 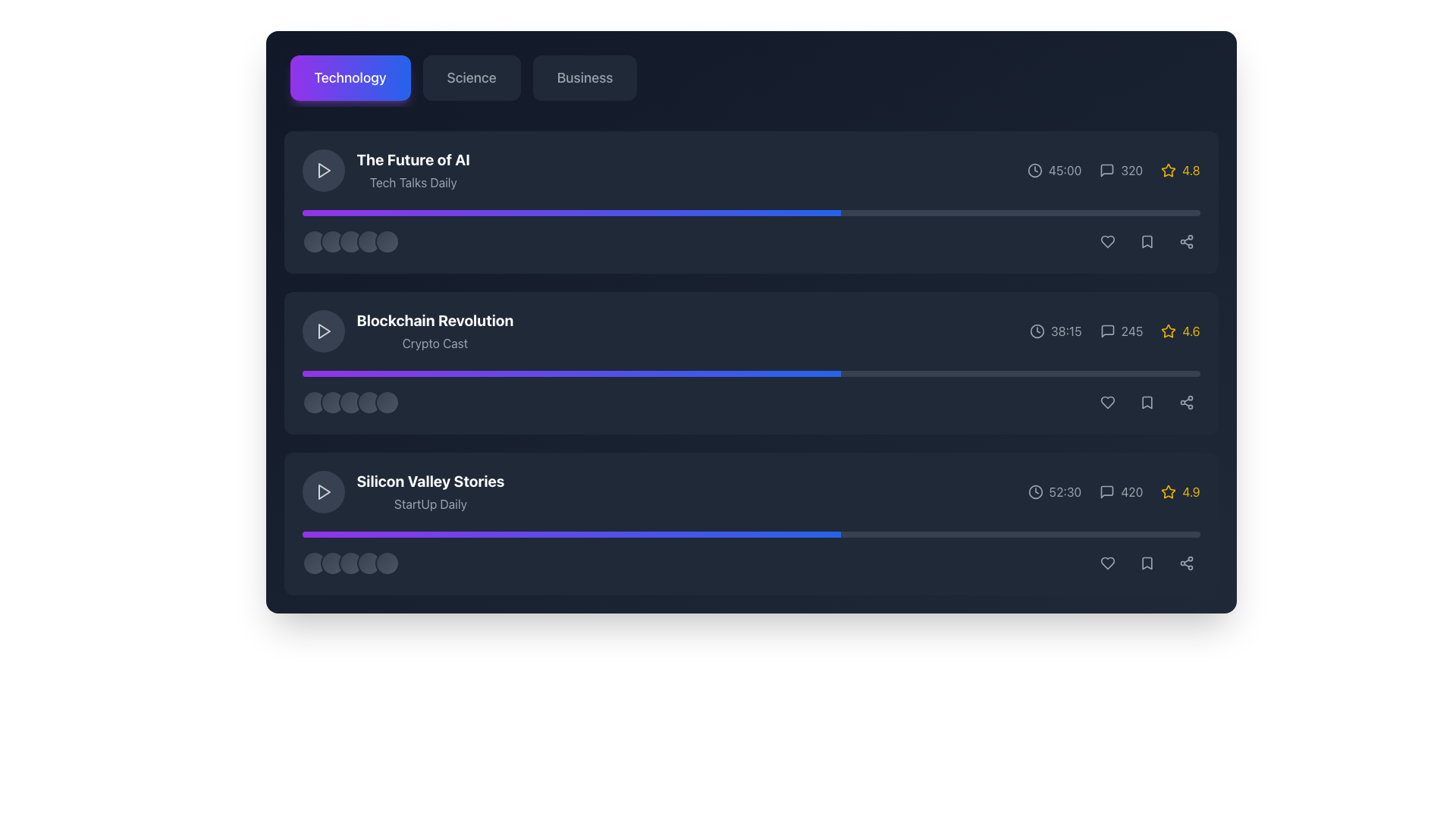 I want to click on the star icon representing a rating of 4.6, located at the mid-right part of the second content card in the list, so click(x=1168, y=330).